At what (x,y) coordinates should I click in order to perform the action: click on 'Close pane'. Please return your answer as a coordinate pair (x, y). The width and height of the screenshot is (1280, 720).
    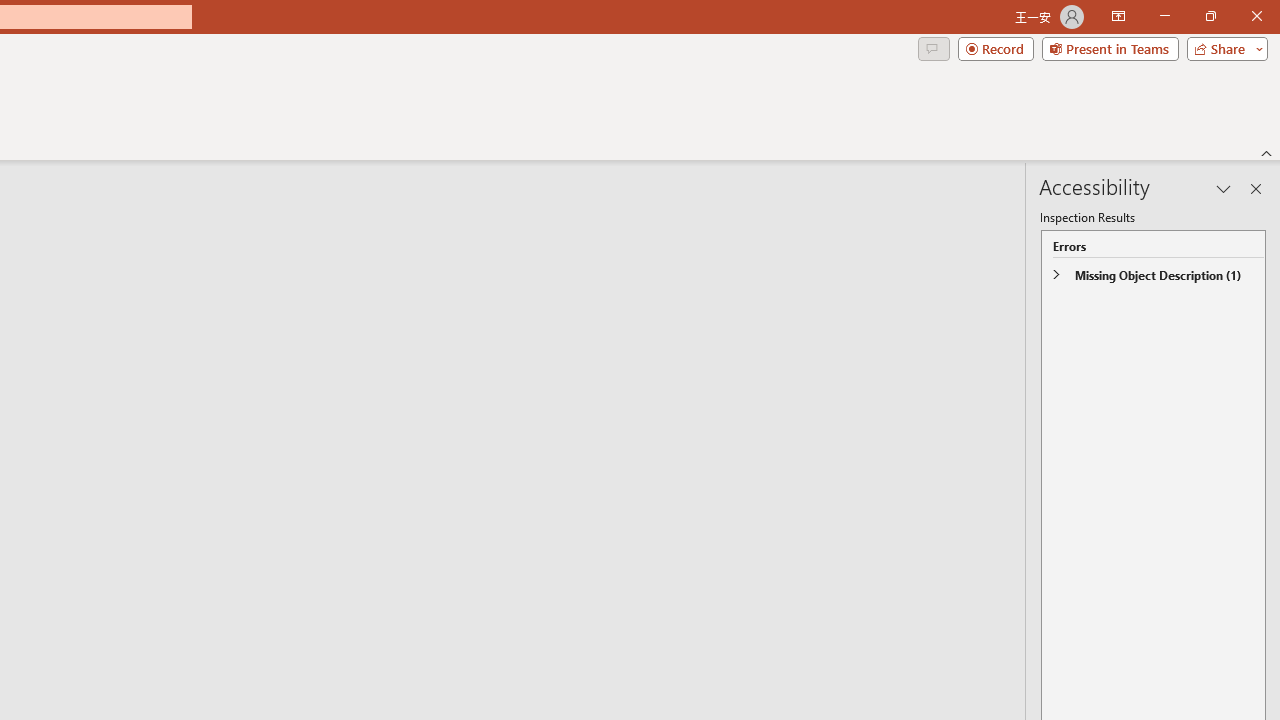
    Looking at the image, I should click on (1255, 189).